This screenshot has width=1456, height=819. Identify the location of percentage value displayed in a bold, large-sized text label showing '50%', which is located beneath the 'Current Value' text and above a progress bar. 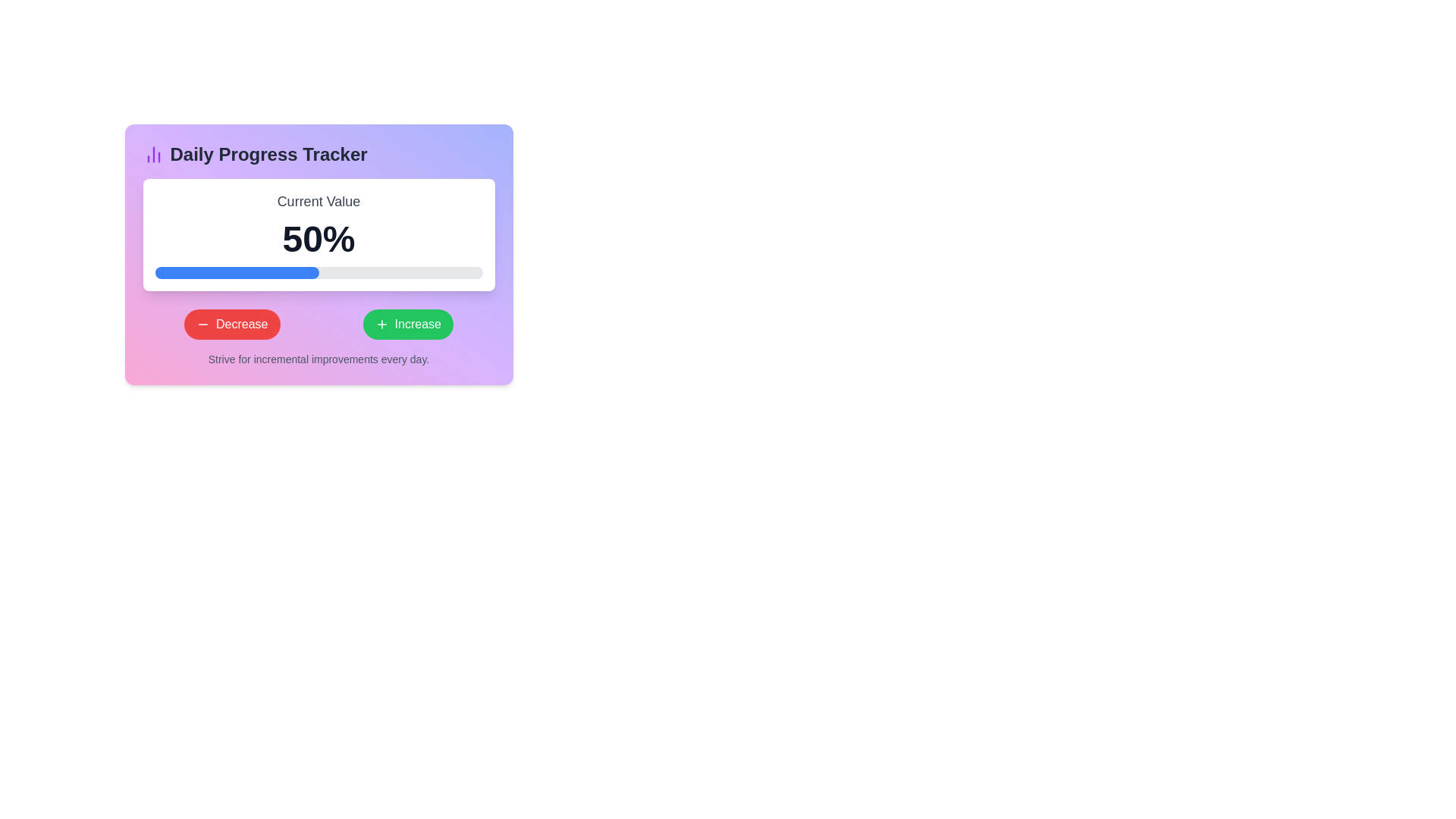
(318, 239).